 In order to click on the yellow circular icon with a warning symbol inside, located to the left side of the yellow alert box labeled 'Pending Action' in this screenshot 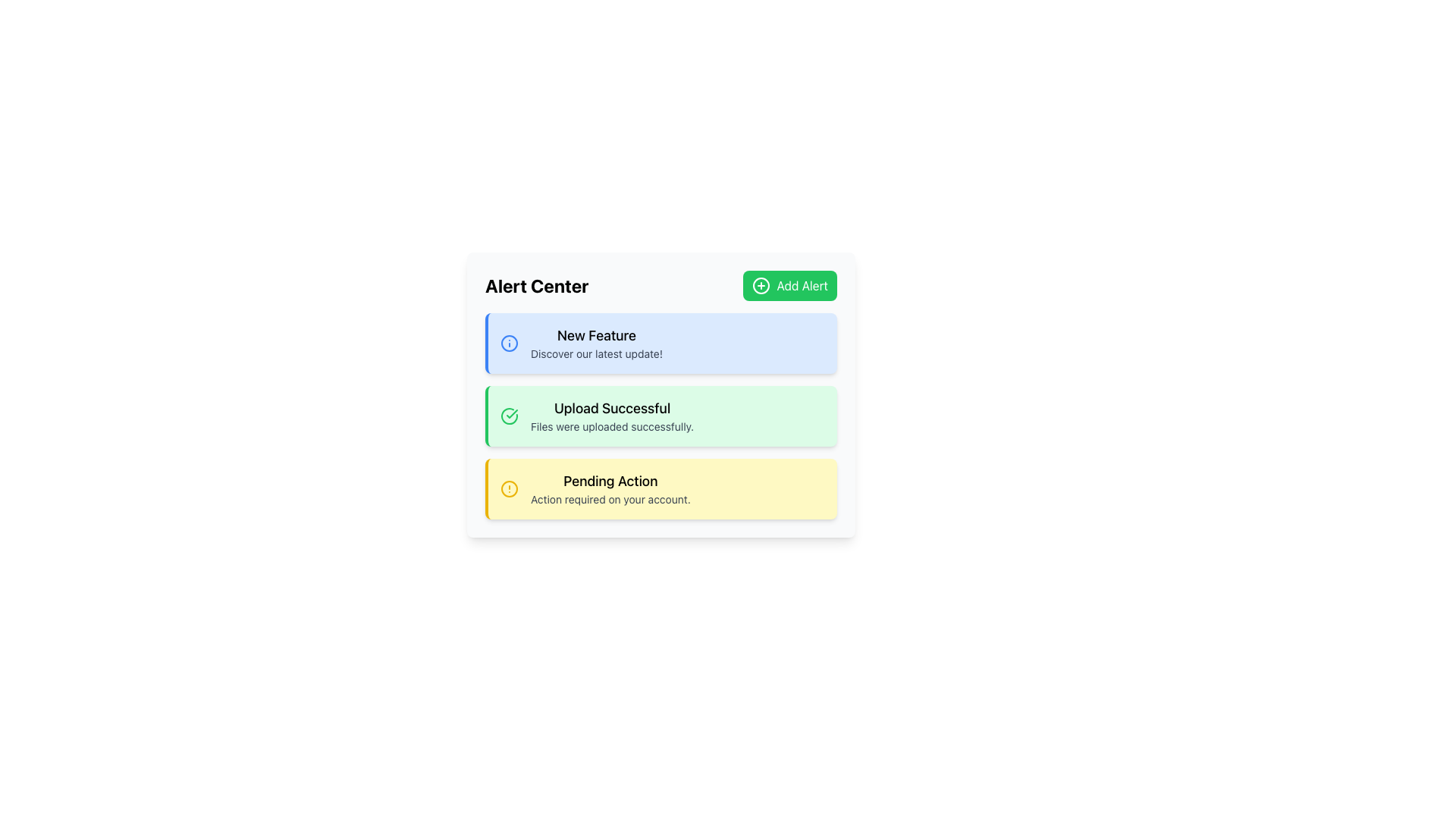, I will do `click(510, 488)`.